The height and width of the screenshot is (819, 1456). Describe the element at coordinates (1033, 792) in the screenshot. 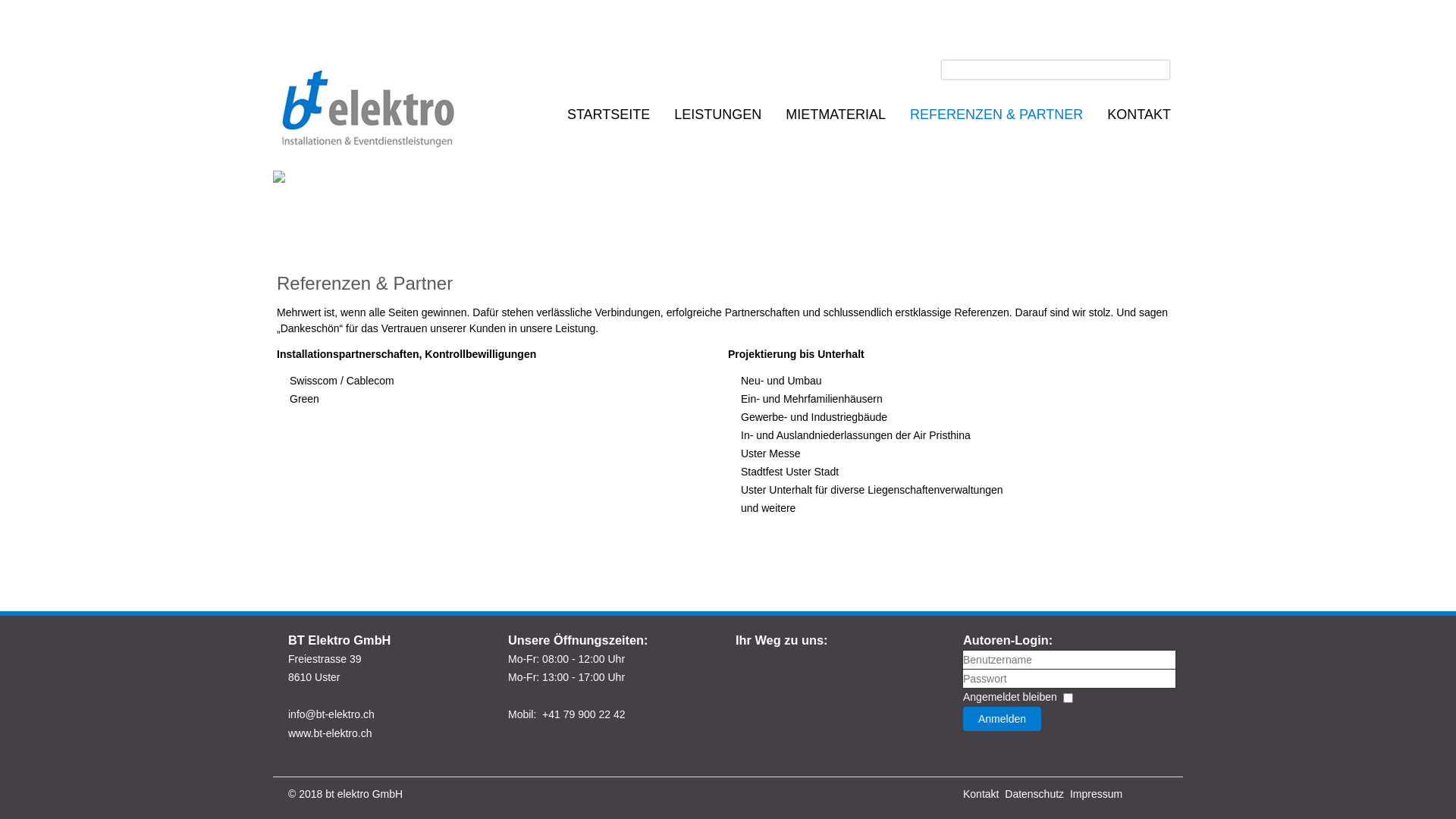

I see `'Datenschutz'` at that location.